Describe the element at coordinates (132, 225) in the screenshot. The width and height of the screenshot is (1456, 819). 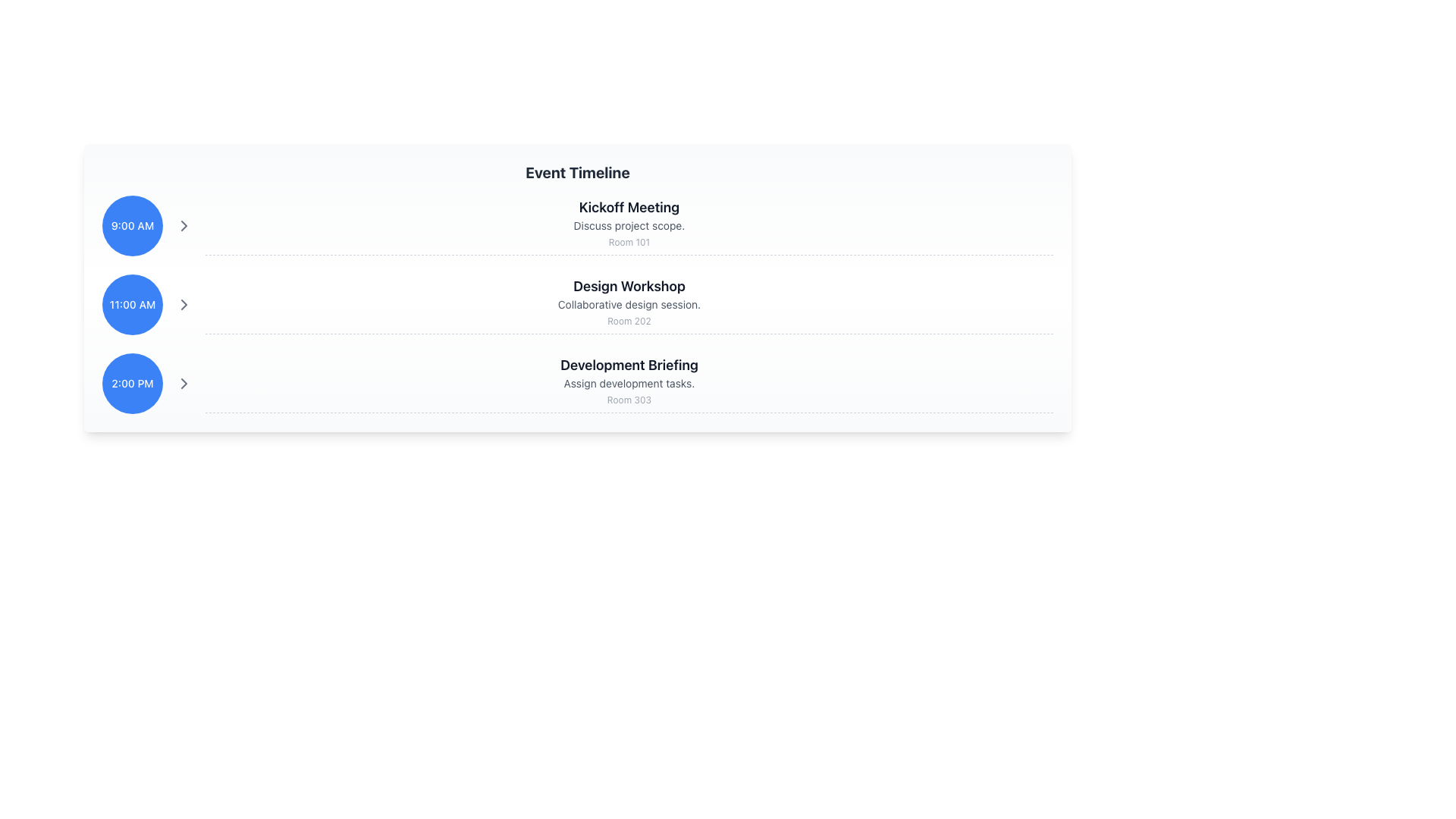
I see `the circular button with a blue background and white text displaying '9:00 AM' to interact with the associated event` at that location.